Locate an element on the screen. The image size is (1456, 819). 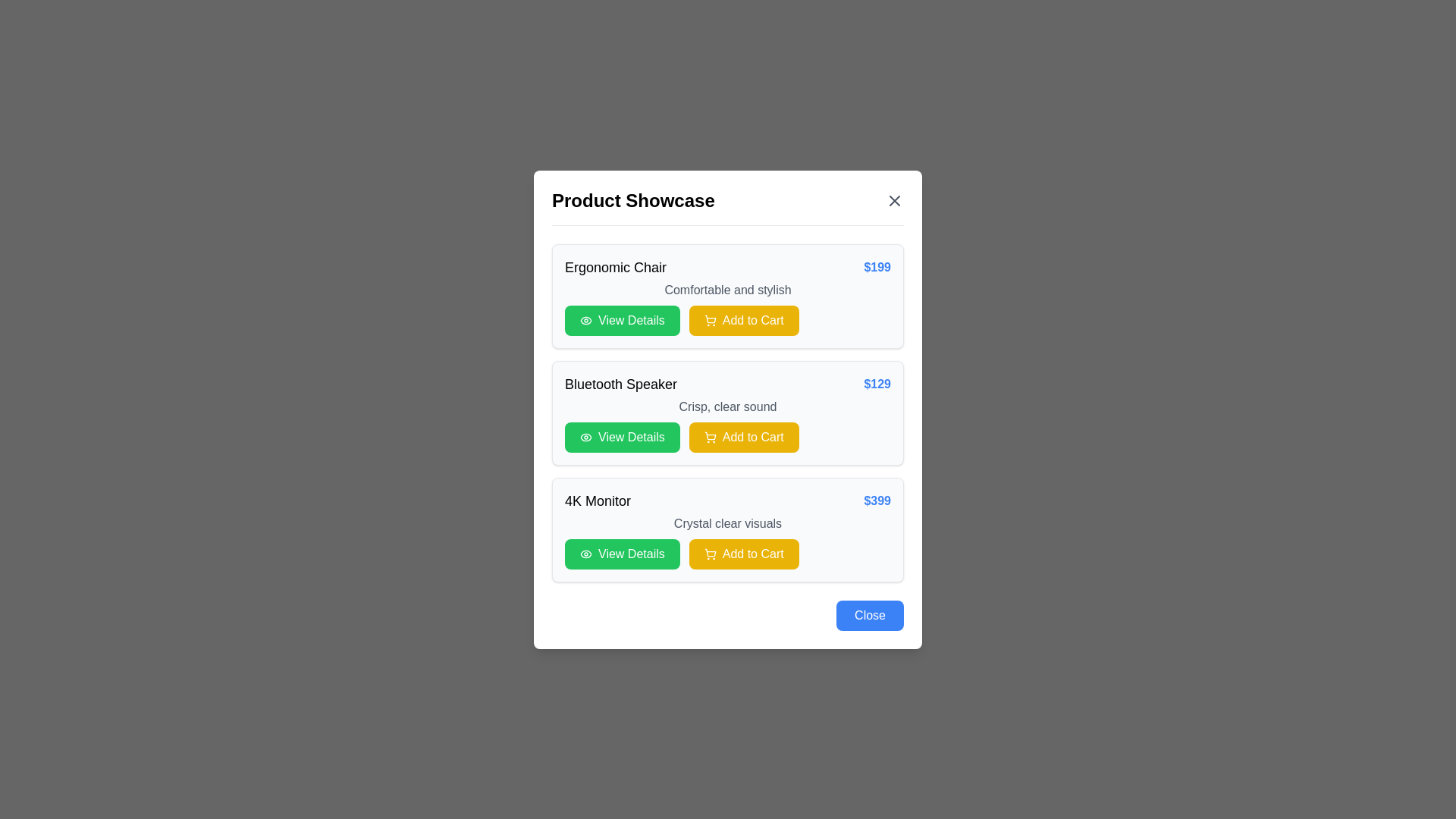
the price '$199' in the Product information card for 'Ergonomic Chair' is located at coordinates (728, 296).